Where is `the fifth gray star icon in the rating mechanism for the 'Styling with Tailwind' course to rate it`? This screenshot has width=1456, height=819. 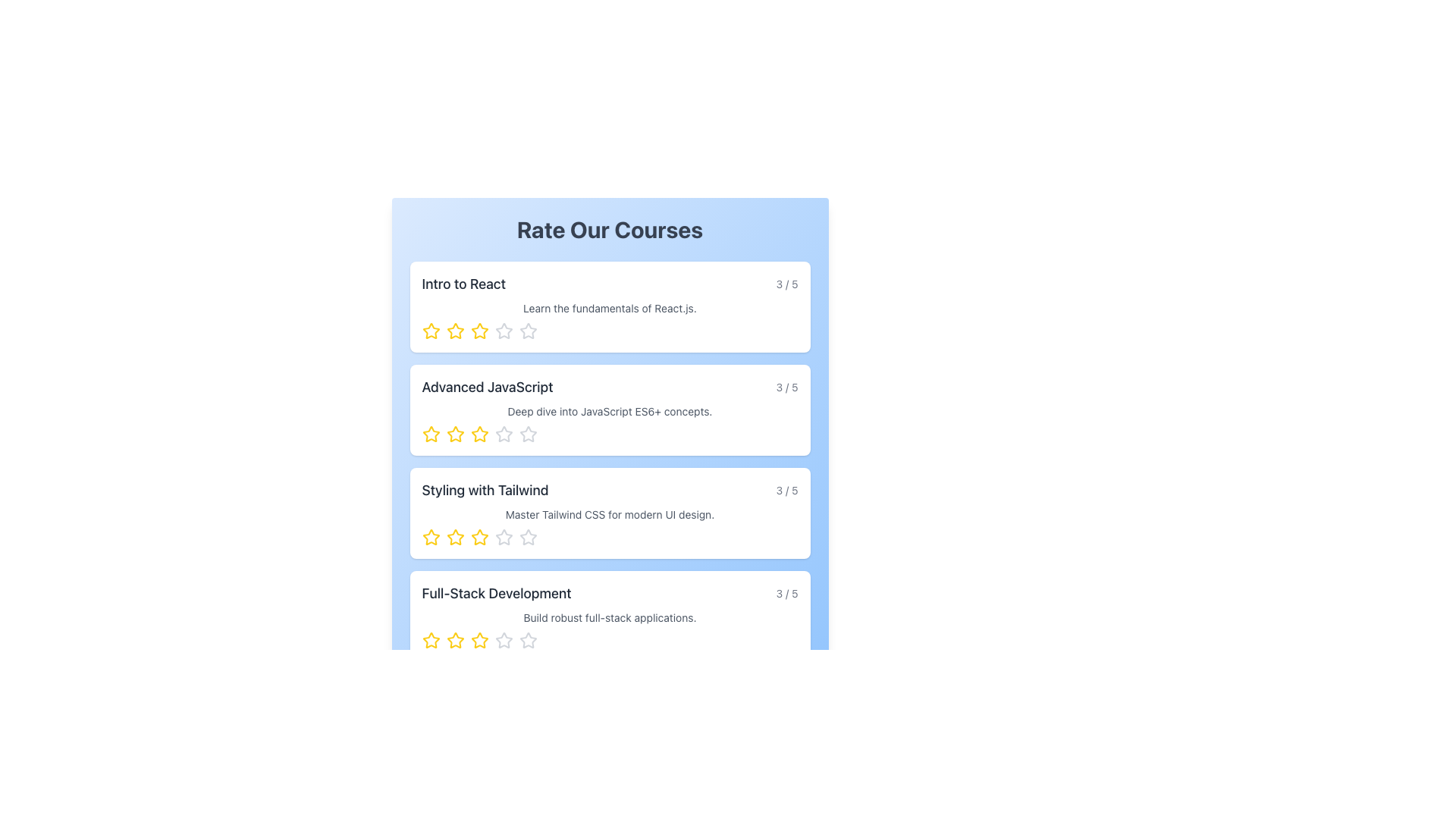 the fifth gray star icon in the rating mechanism for the 'Styling with Tailwind' course to rate it is located at coordinates (528, 537).